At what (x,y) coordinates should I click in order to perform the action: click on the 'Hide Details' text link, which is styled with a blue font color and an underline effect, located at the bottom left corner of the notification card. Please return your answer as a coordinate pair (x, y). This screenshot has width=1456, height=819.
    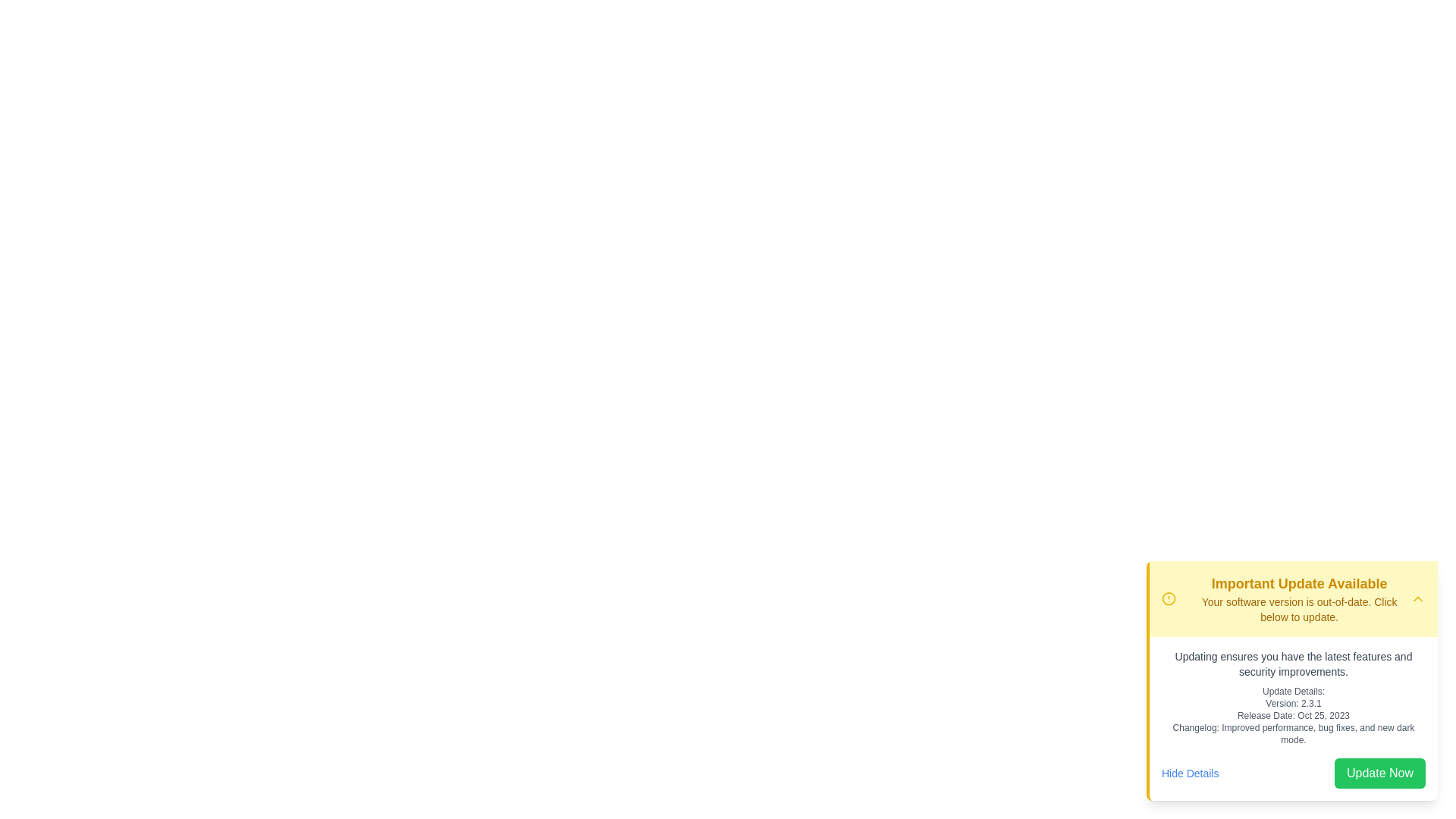
    Looking at the image, I should click on (1189, 773).